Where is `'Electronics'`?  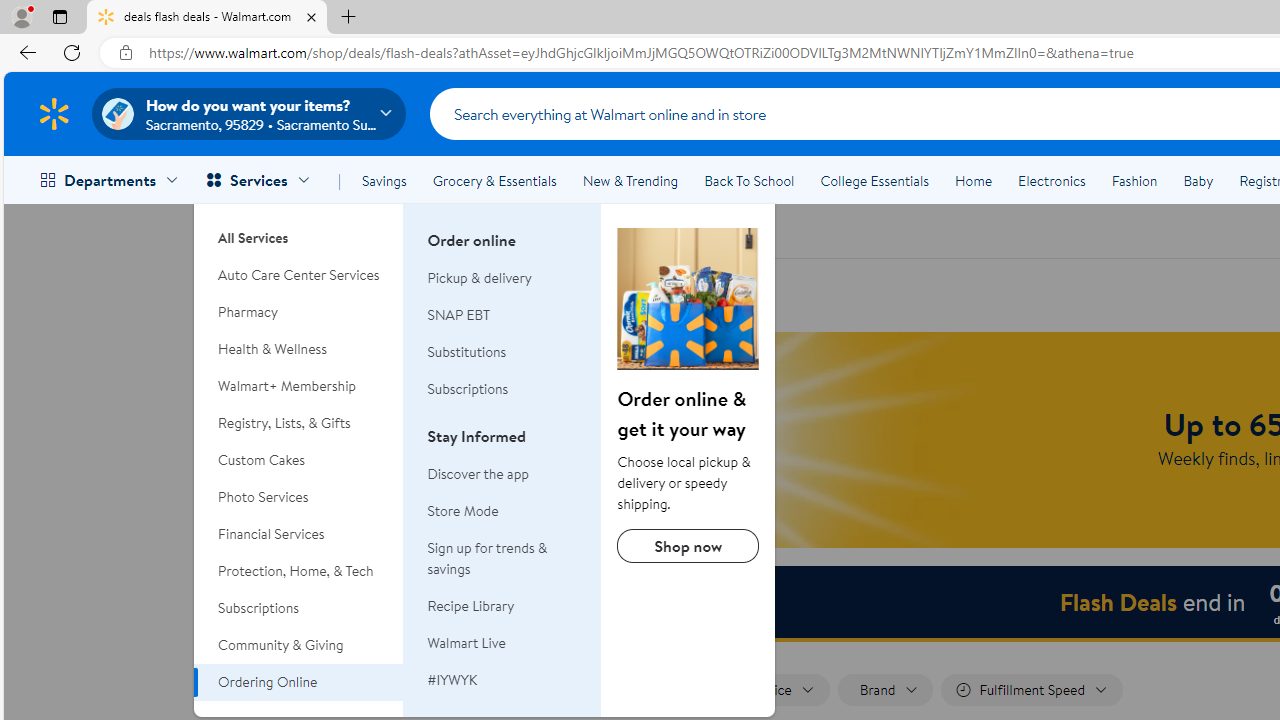 'Electronics' is located at coordinates (1050, 181).